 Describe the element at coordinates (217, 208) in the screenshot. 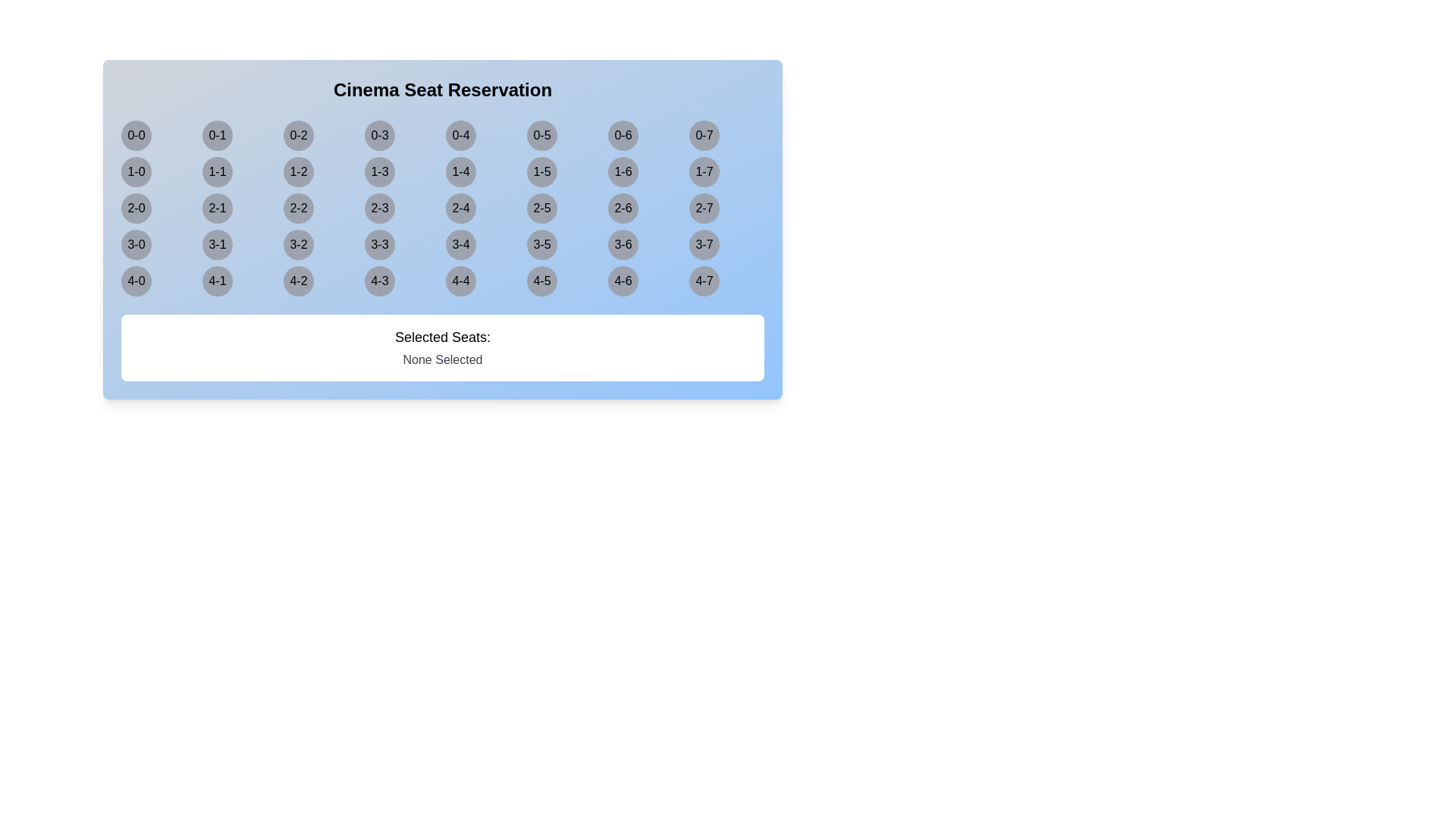

I see `the selectable option button labeled '2-1' in the cinema seating arrangement` at that location.